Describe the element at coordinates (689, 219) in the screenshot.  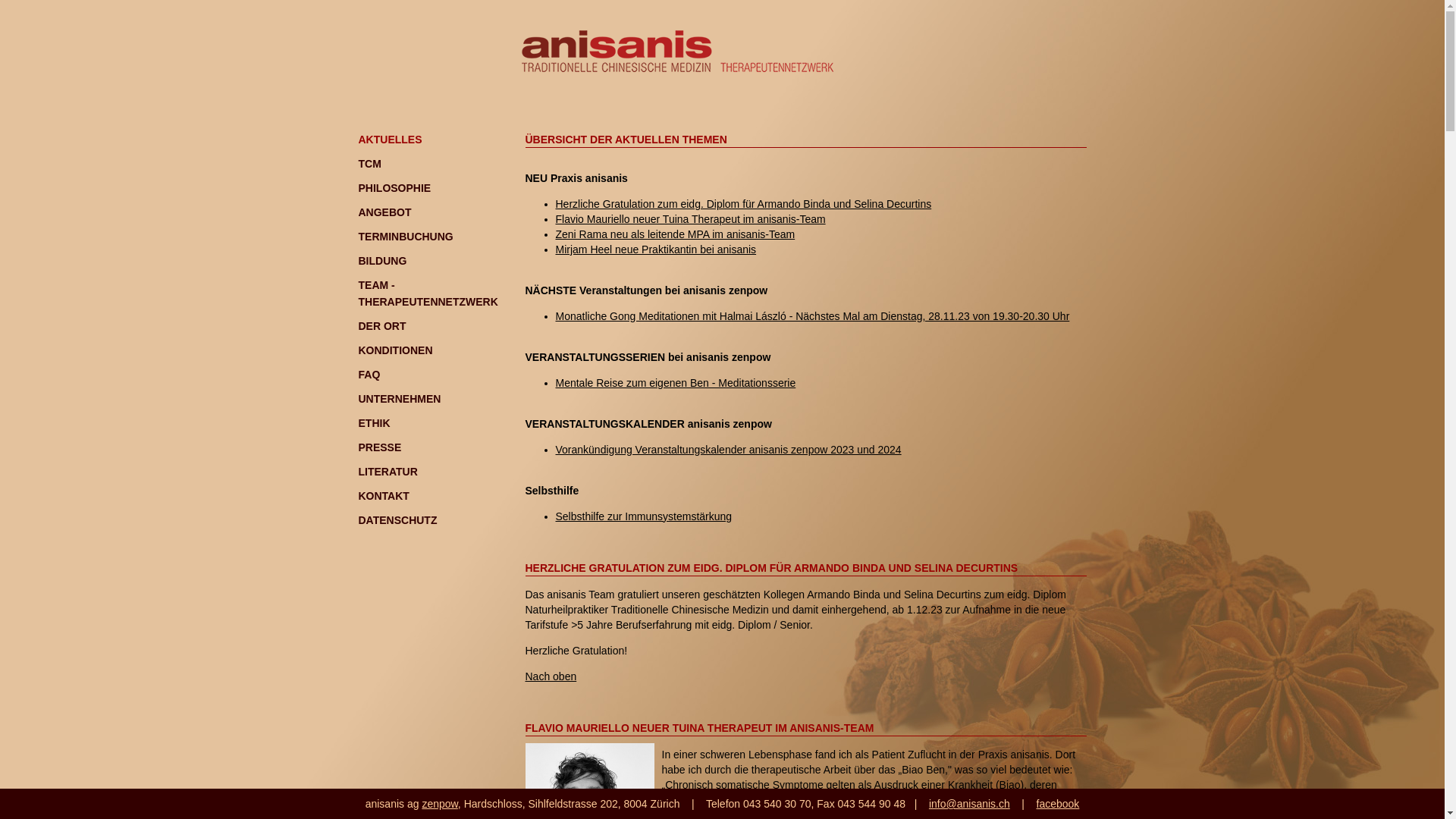
I see `'Flavio Mauriello neuer Tuina Therapeut im anisanis-Team'` at that location.